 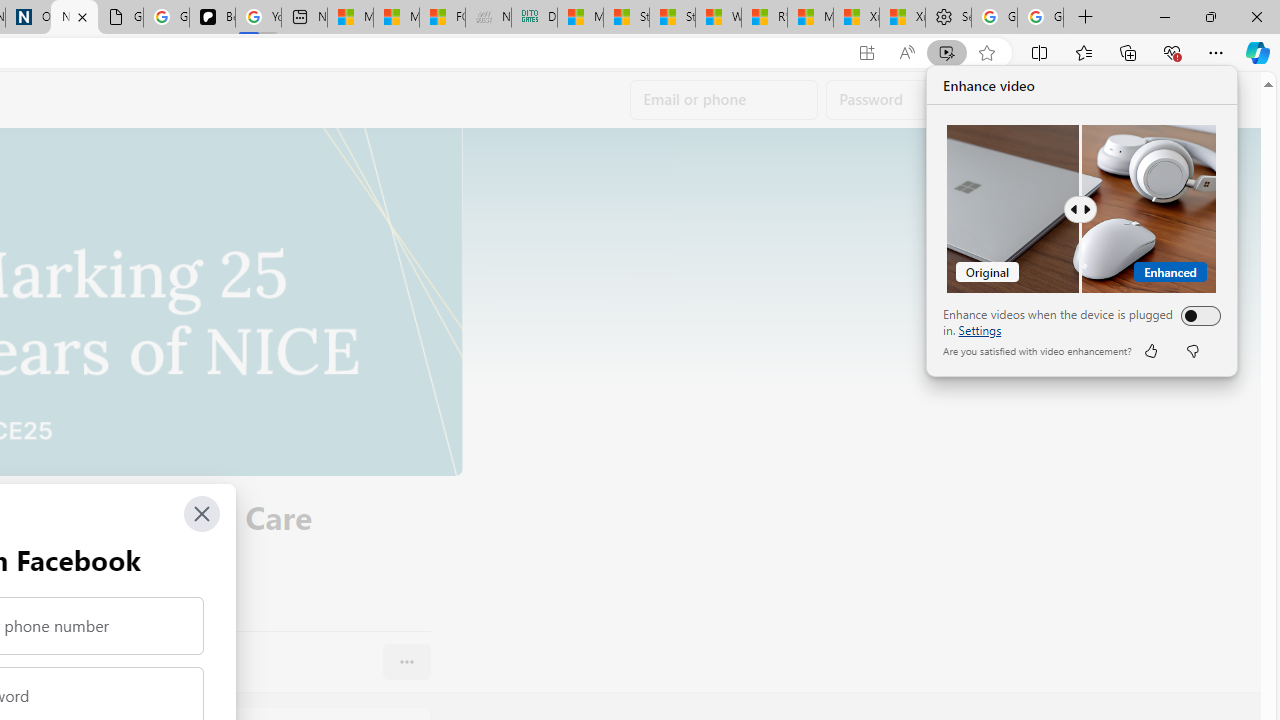 I want to click on 'FOX News - MSN', so click(x=441, y=17).